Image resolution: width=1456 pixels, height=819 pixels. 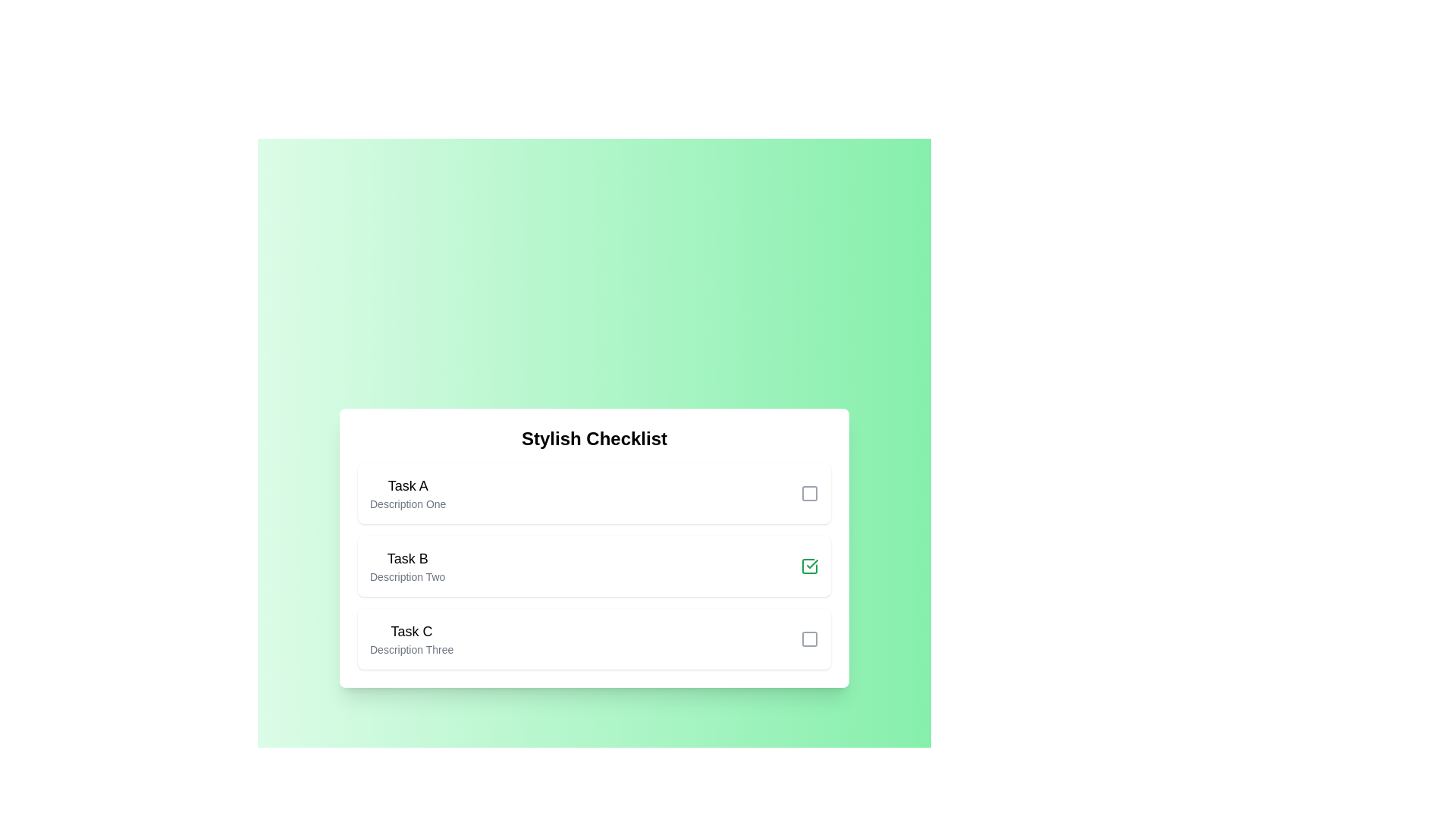 What do you see at coordinates (593, 494) in the screenshot?
I see `the task item labeled 'Task A'` at bounding box center [593, 494].